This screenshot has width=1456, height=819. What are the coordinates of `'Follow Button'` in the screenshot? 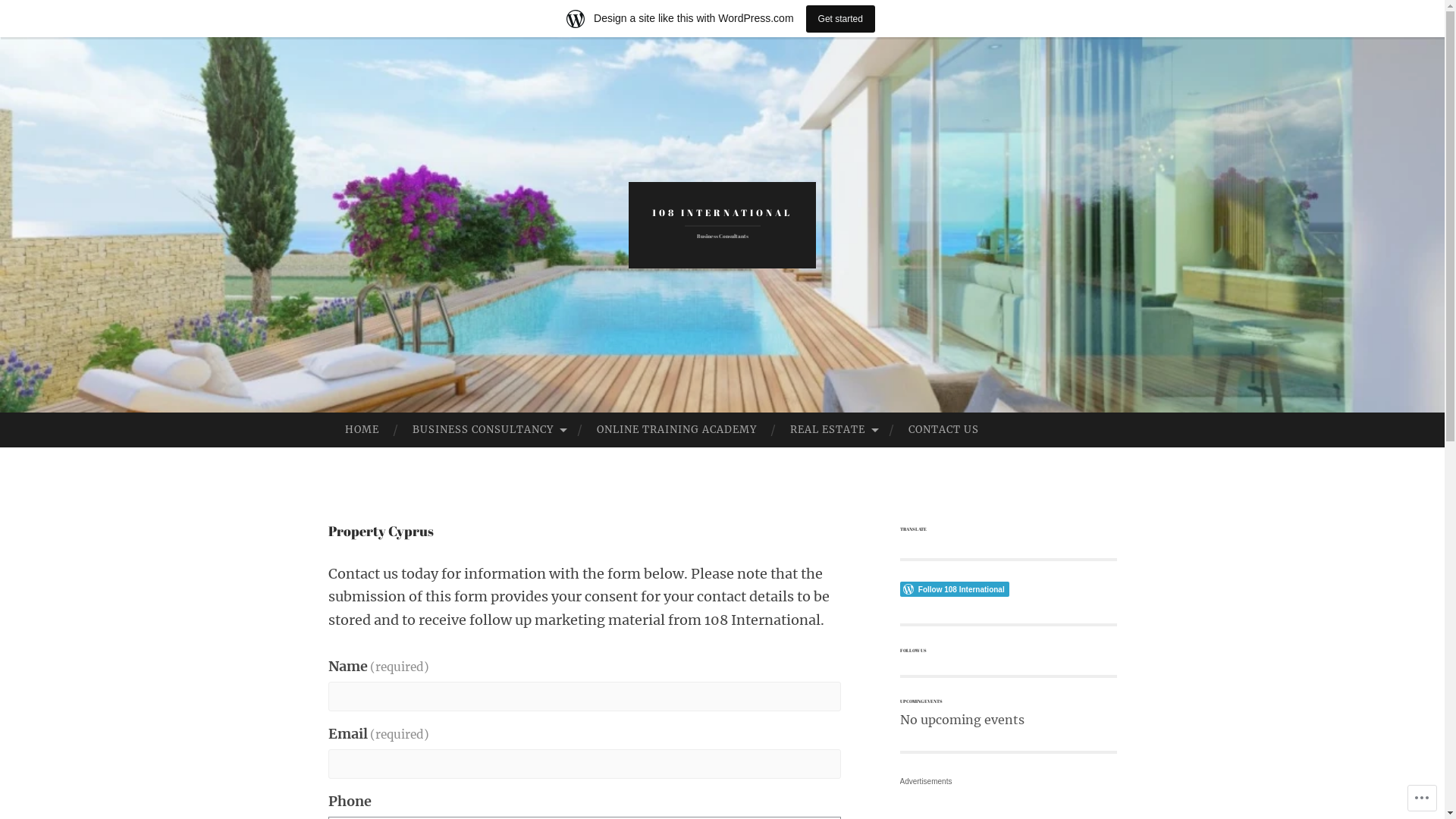 It's located at (1008, 588).